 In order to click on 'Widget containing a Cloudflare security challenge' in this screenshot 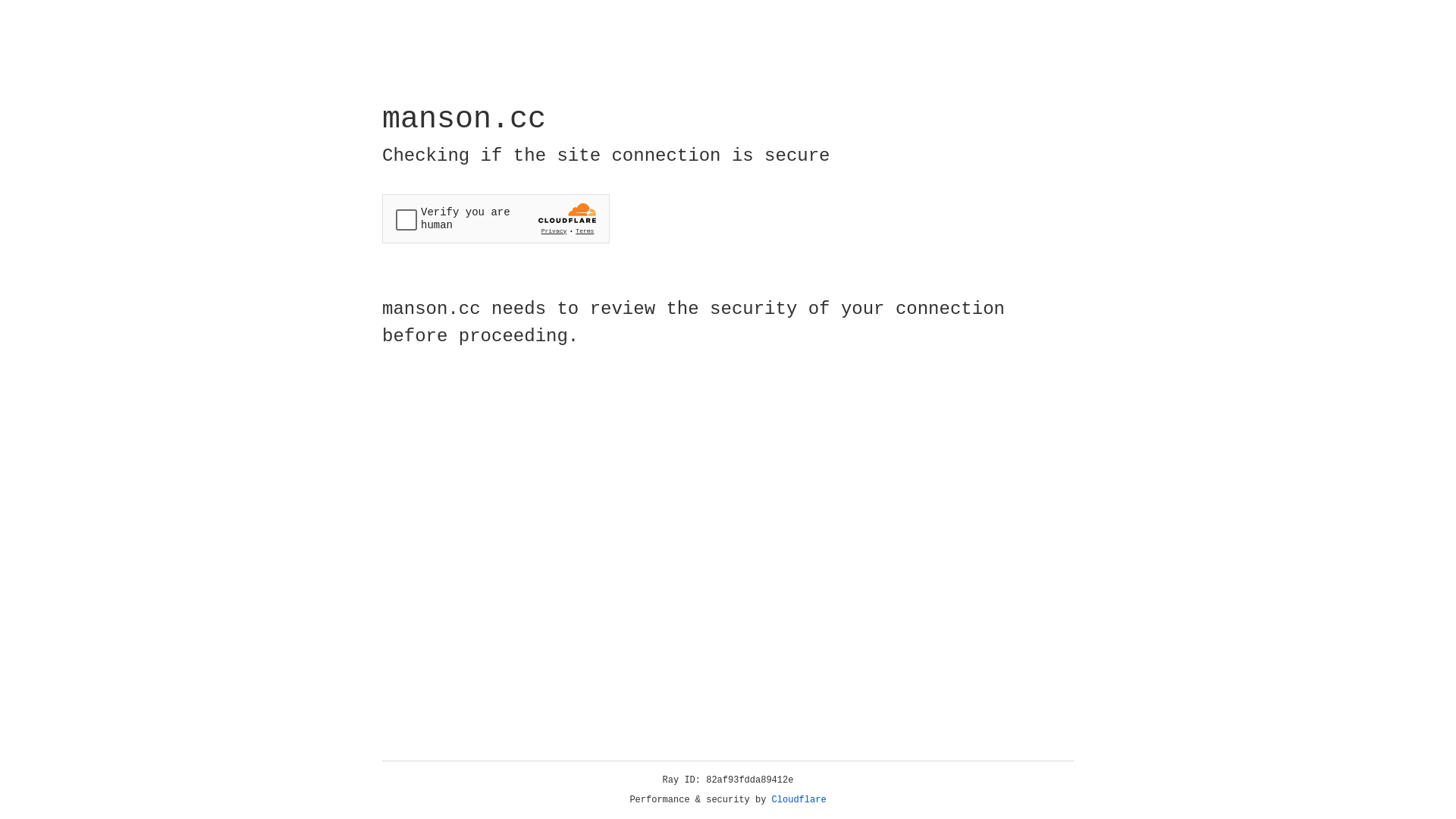, I will do `click(495, 218)`.